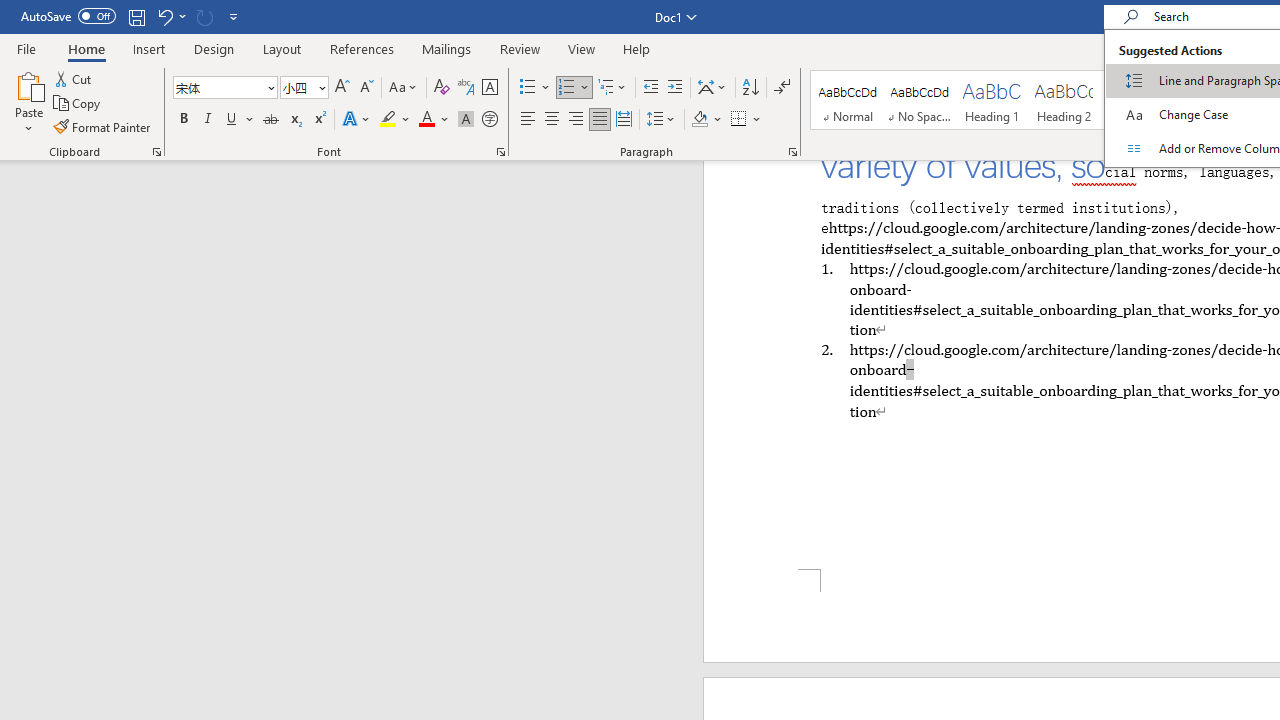  Describe the element at coordinates (749, 86) in the screenshot. I see `'Sort...'` at that location.